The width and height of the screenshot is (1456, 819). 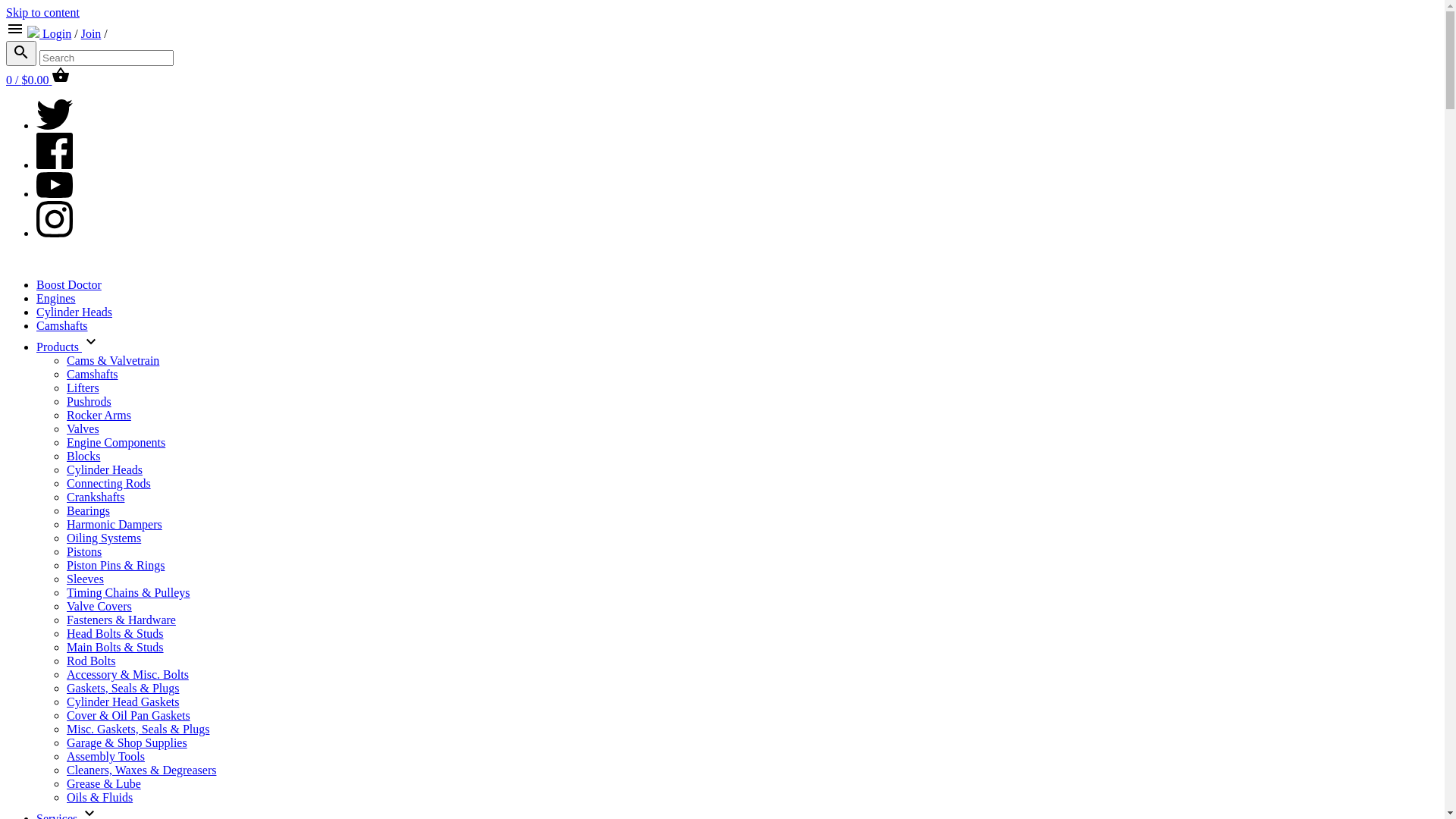 What do you see at coordinates (90, 660) in the screenshot?
I see `'Rod Bolts'` at bounding box center [90, 660].